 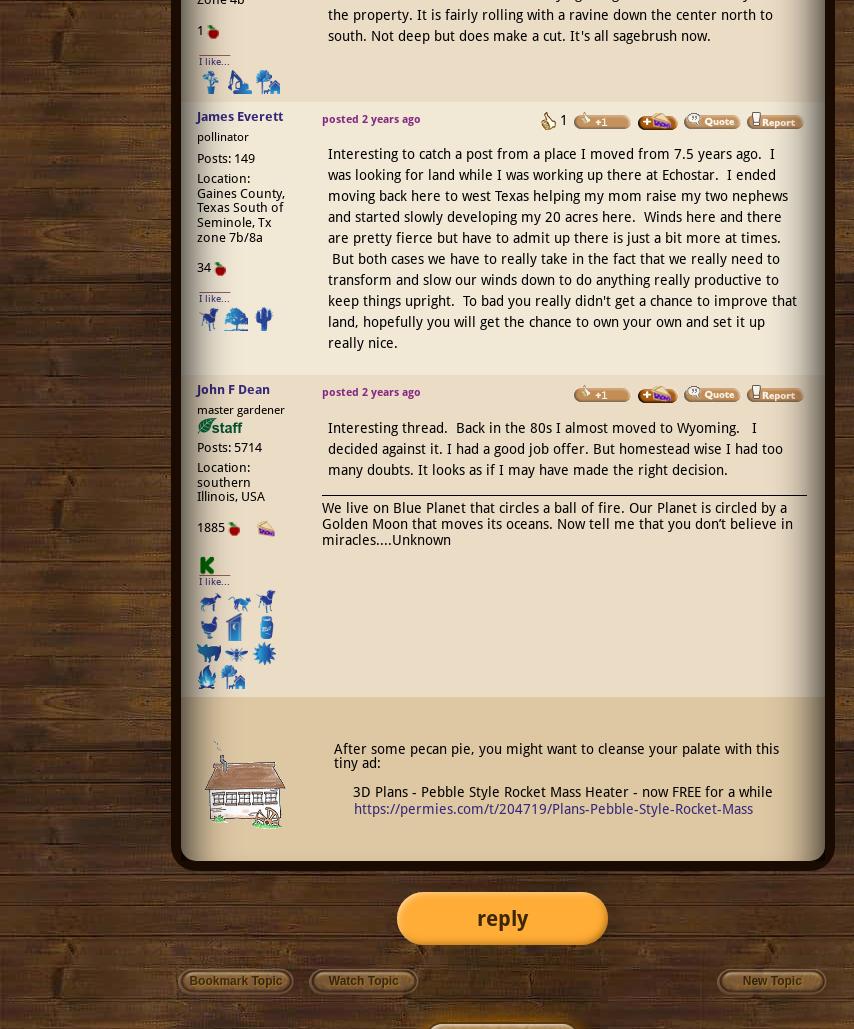 I want to click on 'Posts: 149', so click(x=225, y=158).